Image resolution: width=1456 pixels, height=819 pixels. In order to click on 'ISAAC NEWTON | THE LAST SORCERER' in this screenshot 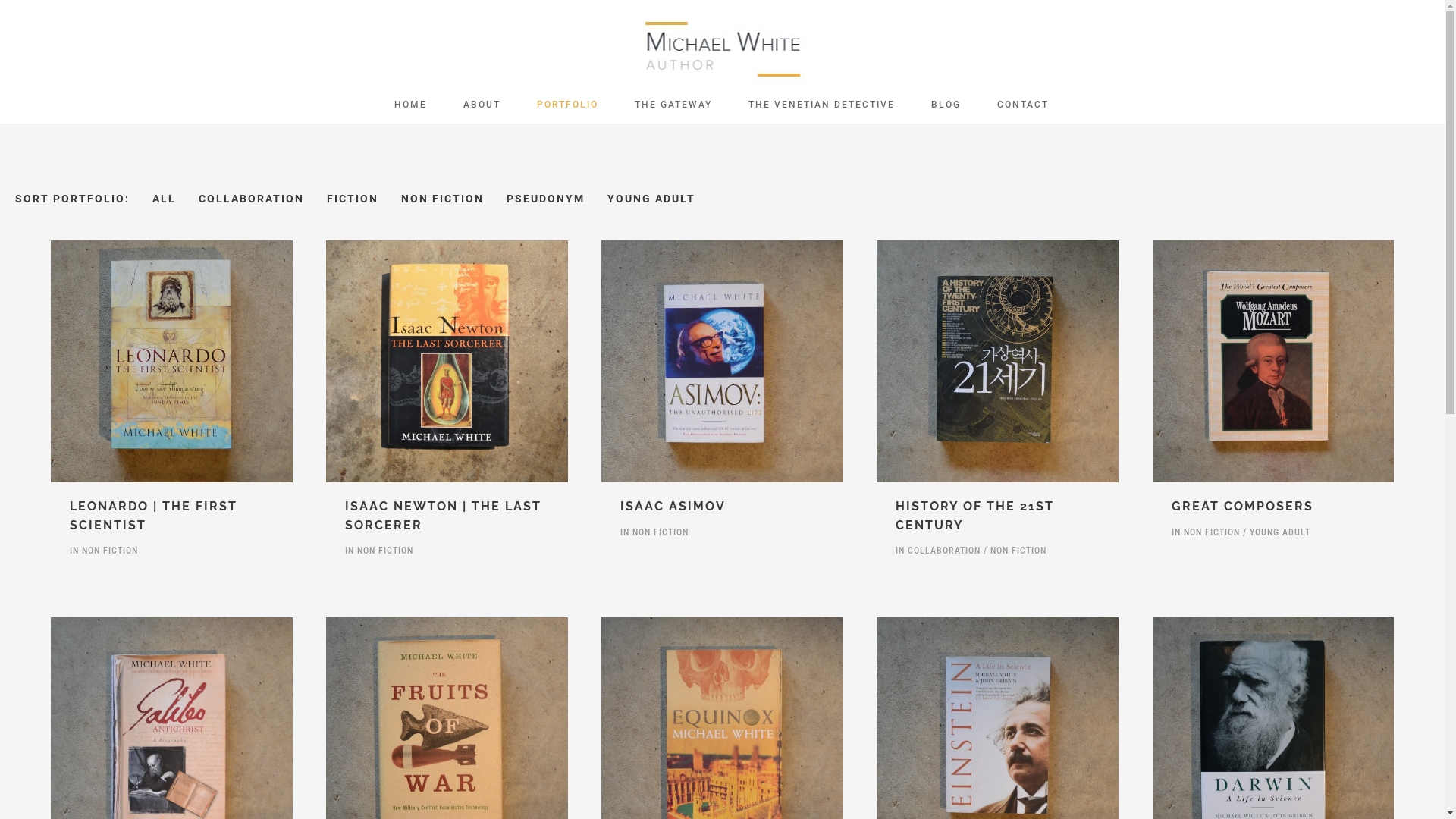, I will do `click(442, 514)`.